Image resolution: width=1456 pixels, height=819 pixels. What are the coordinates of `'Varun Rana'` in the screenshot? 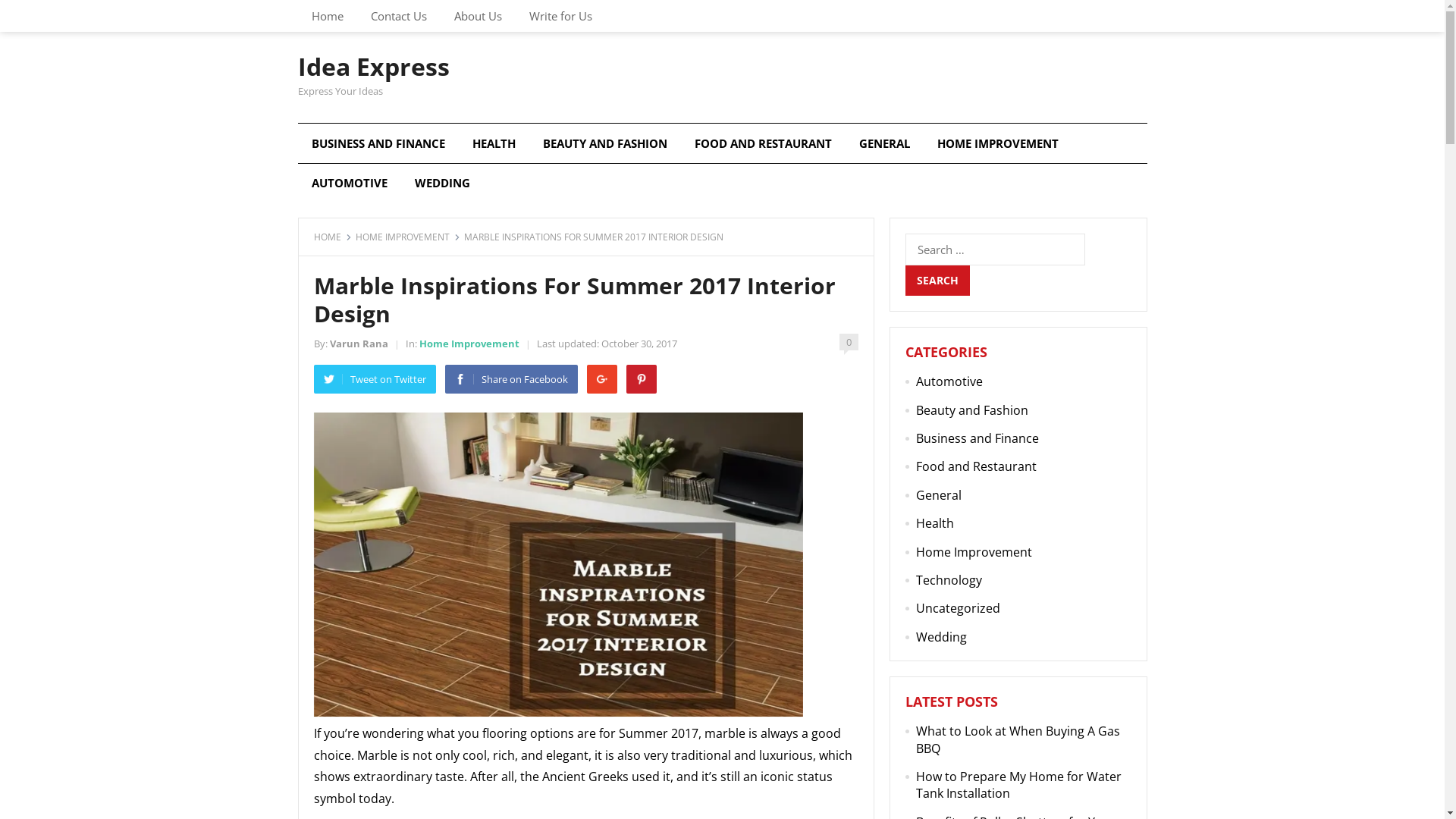 It's located at (357, 343).